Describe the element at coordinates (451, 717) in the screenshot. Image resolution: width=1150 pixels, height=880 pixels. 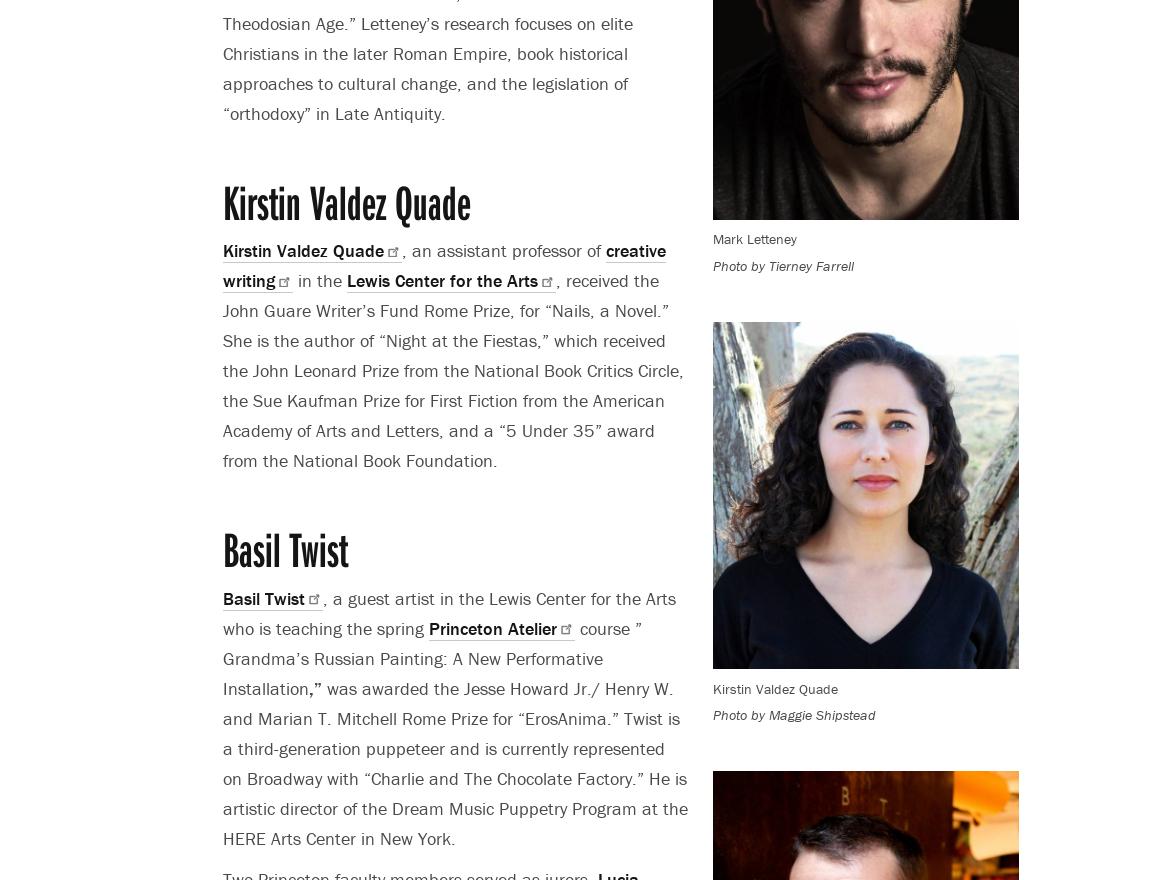
I see `'Jesse Howard Jr./ Henry W. and Marian T. Mitchell Rome Prize for “ErosAnima.” Twist is a third-generation'` at that location.